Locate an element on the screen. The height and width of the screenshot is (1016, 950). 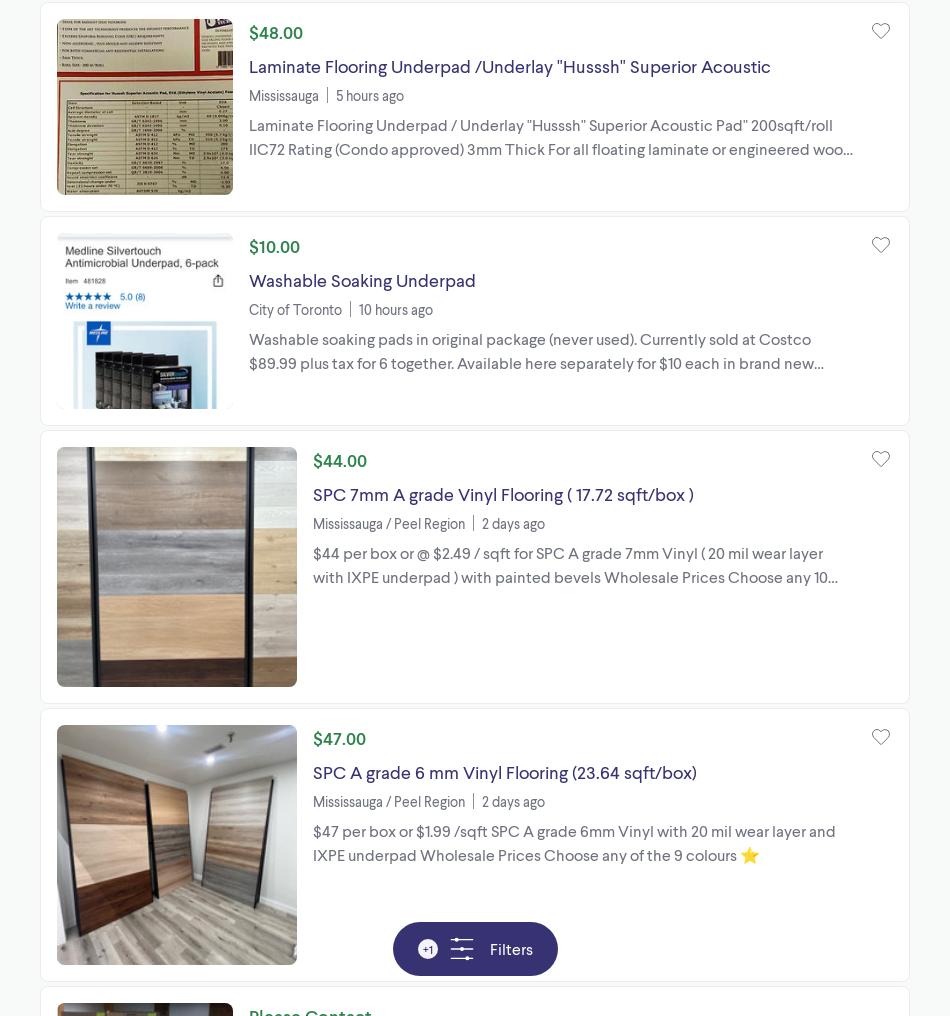
'$47.00' is located at coordinates (338, 738).